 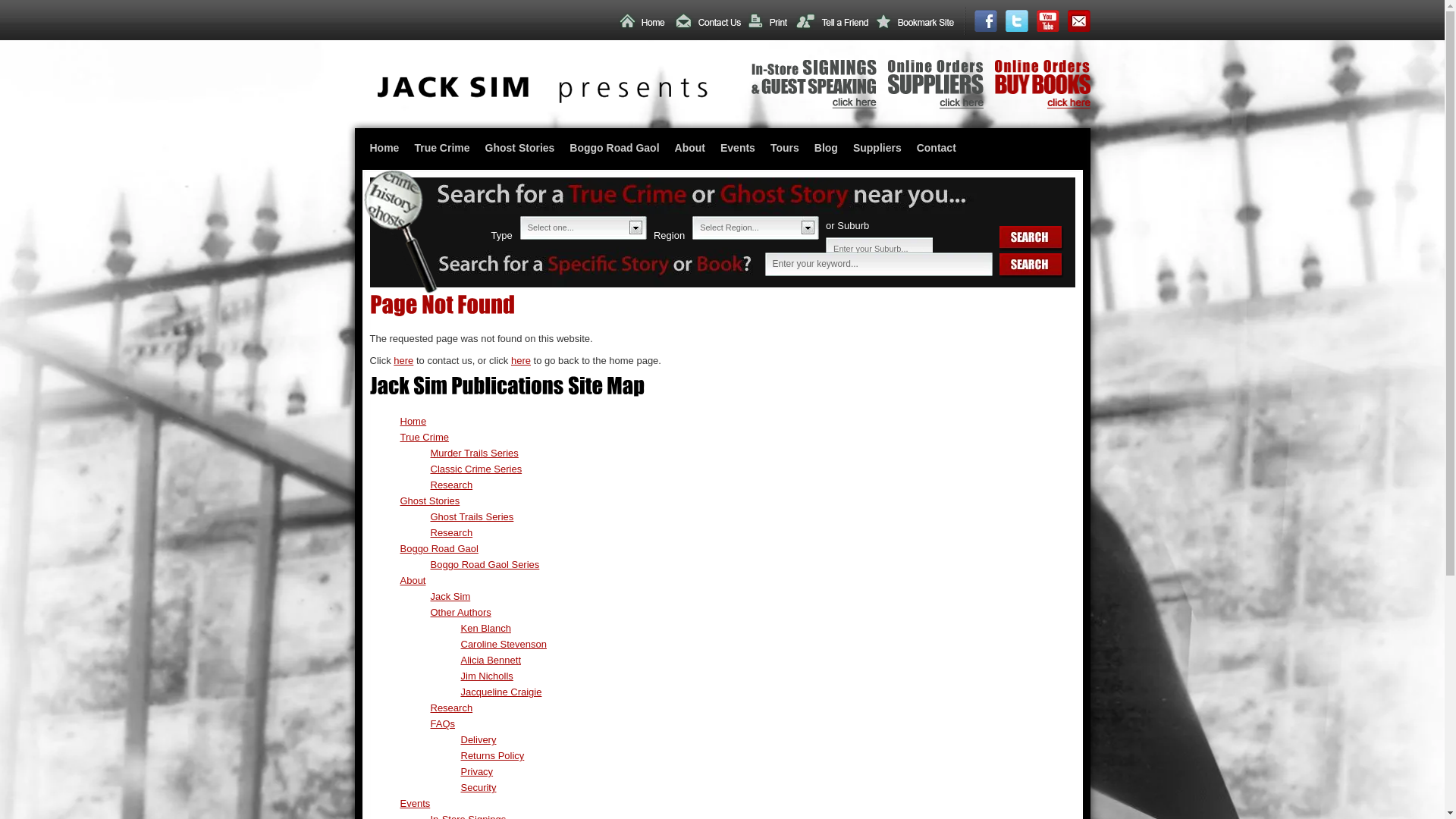 What do you see at coordinates (429, 468) in the screenshot?
I see `'Classic Crime Series'` at bounding box center [429, 468].